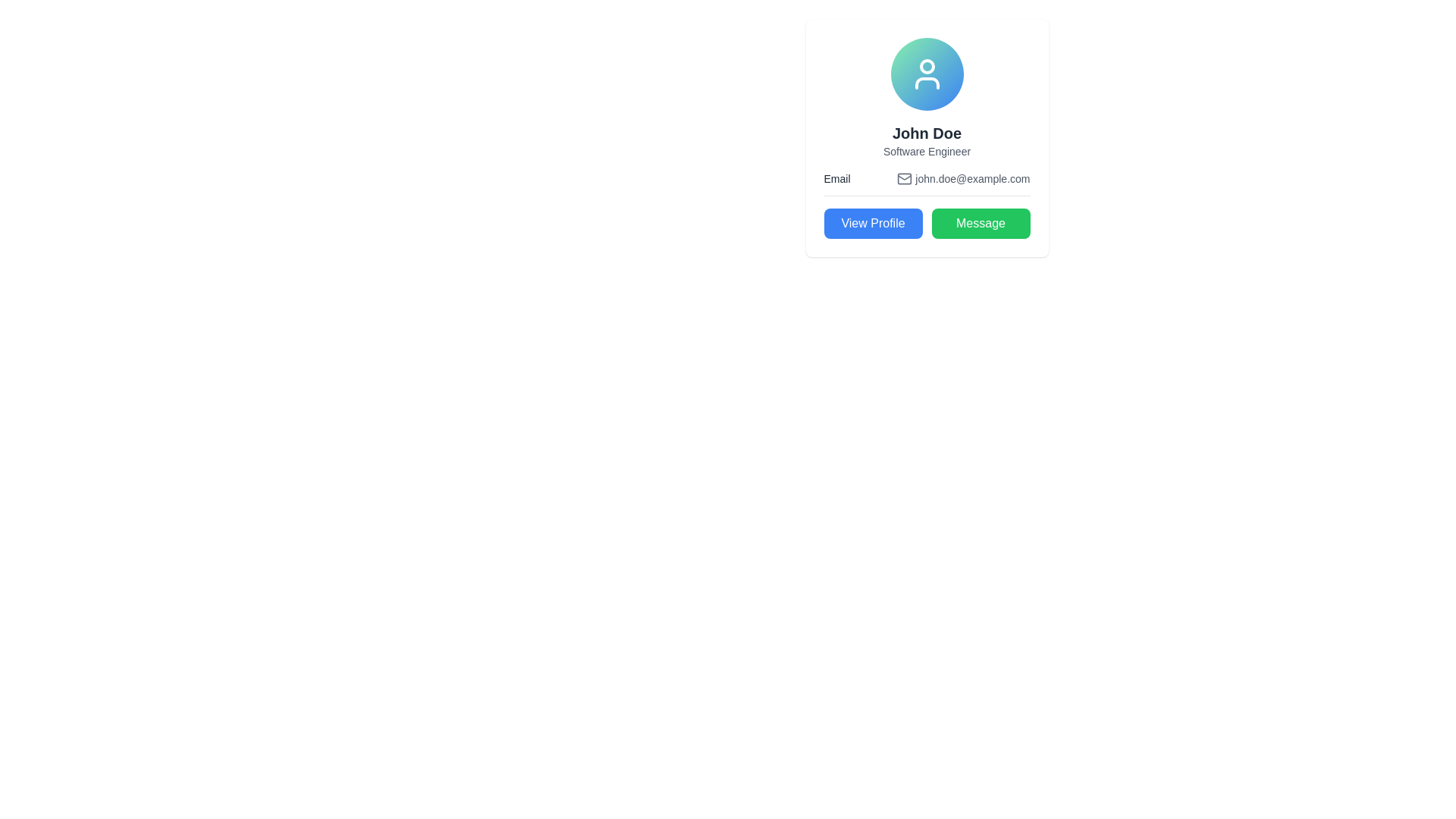 The image size is (1456, 819). What do you see at coordinates (926, 74) in the screenshot?
I see `the circular avatar with a gradient background transitioning from green to blue, located at the top center of the card above the user's name 'John Doe'` at bounding box center [926, 74].